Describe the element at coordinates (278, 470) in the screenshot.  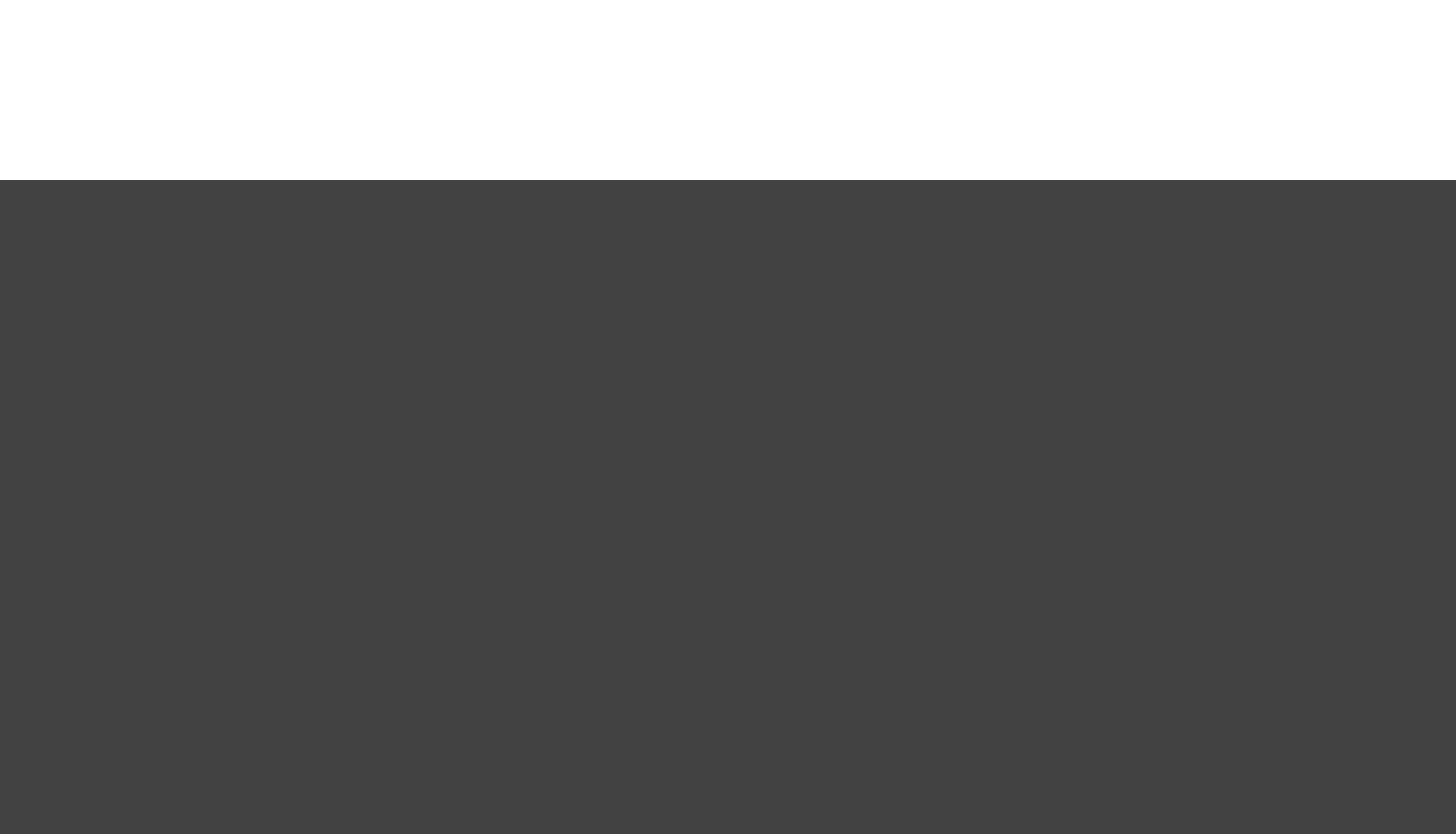
I see `'Hydrafacial Personalised Platinum'` at that location.